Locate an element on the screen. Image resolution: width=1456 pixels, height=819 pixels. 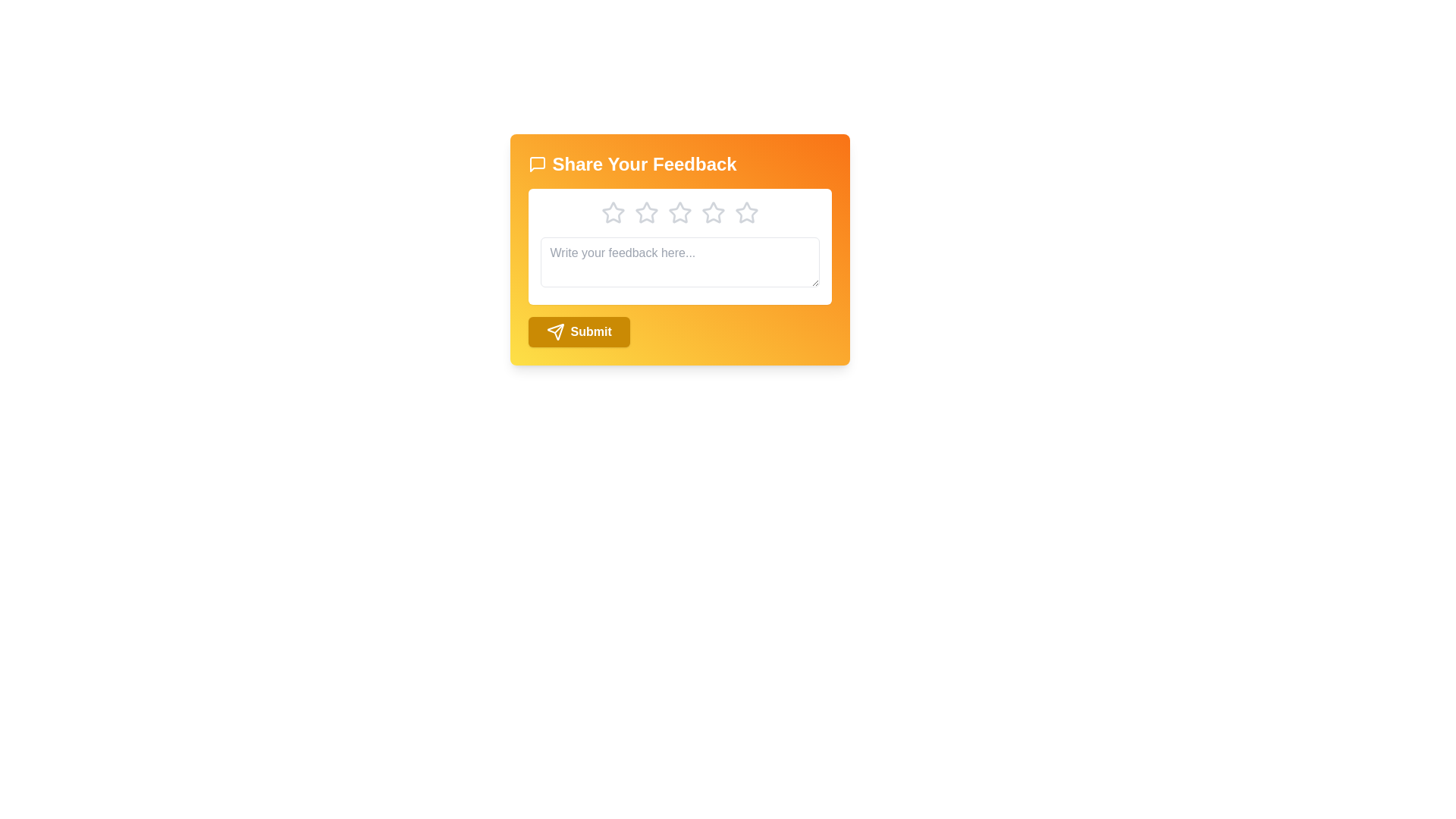
the fifth star-shaped rating icon with a hollow center is located at coordinates (746, 212).